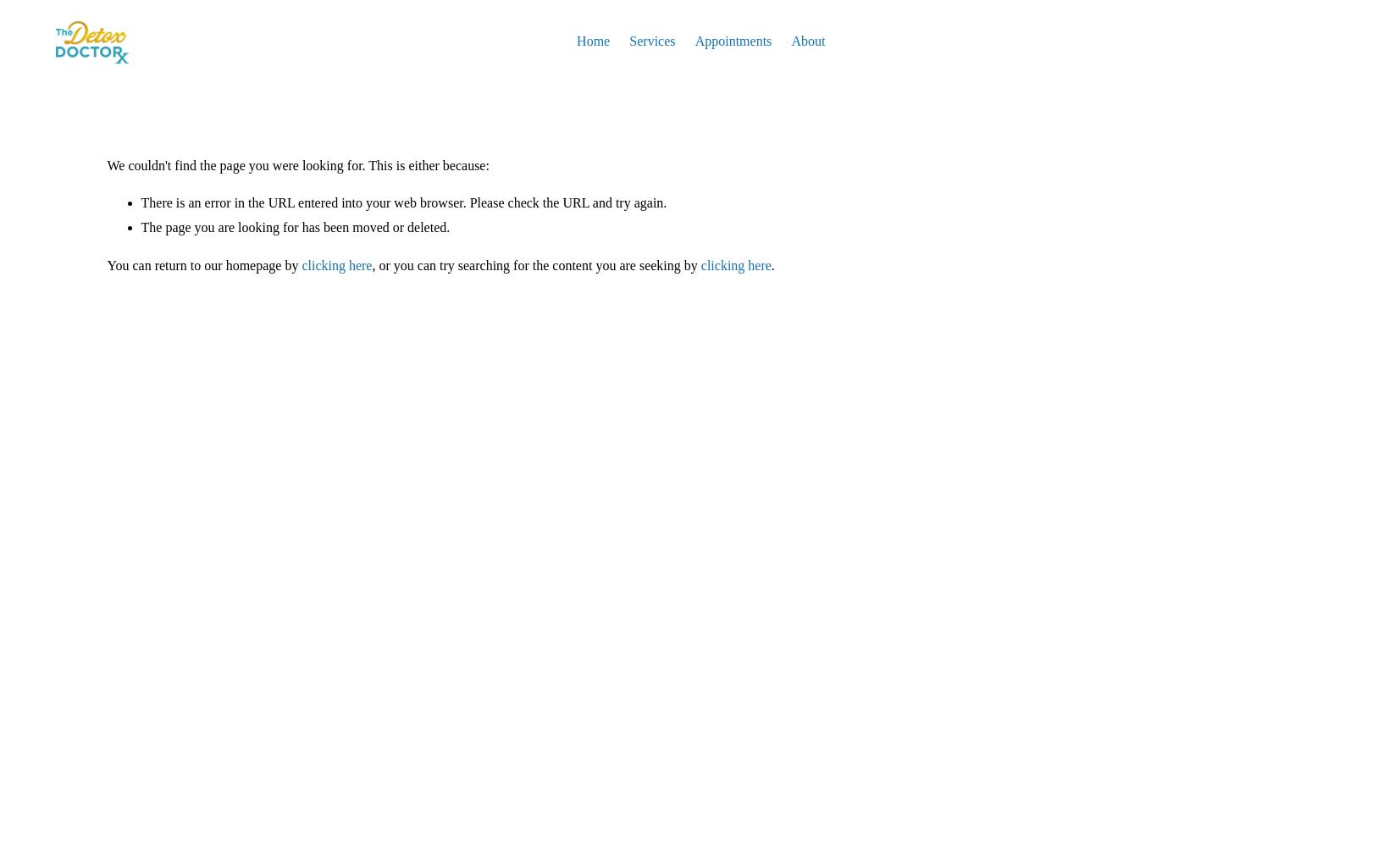  What do you see at coordinates (534, 264) in the screenshot?
I see `', or you can try searching for the
  content you are seeking by'` at bounding box center [534, 264].